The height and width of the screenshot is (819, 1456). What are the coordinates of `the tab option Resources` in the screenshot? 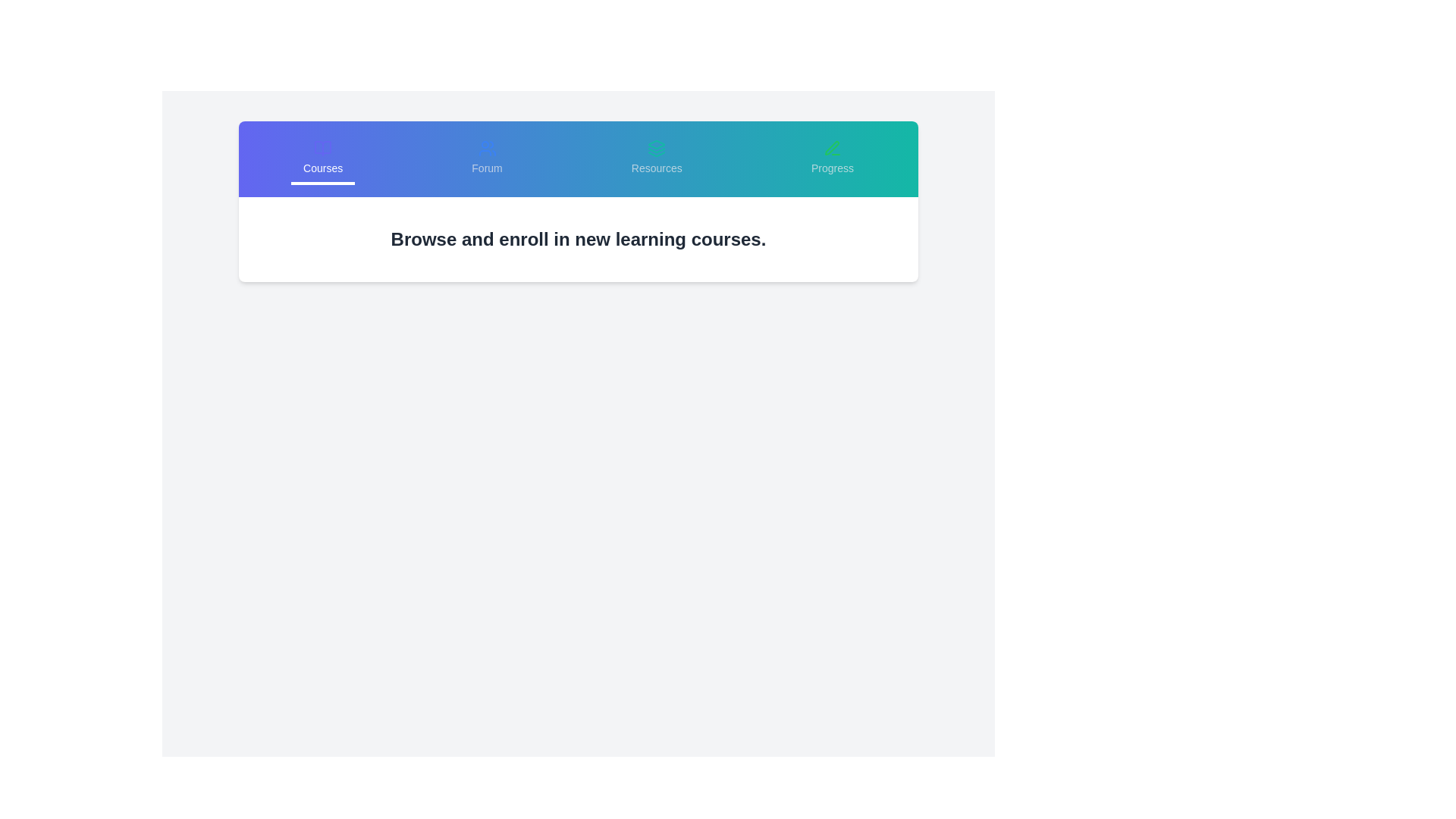 It's located at (657, 158).